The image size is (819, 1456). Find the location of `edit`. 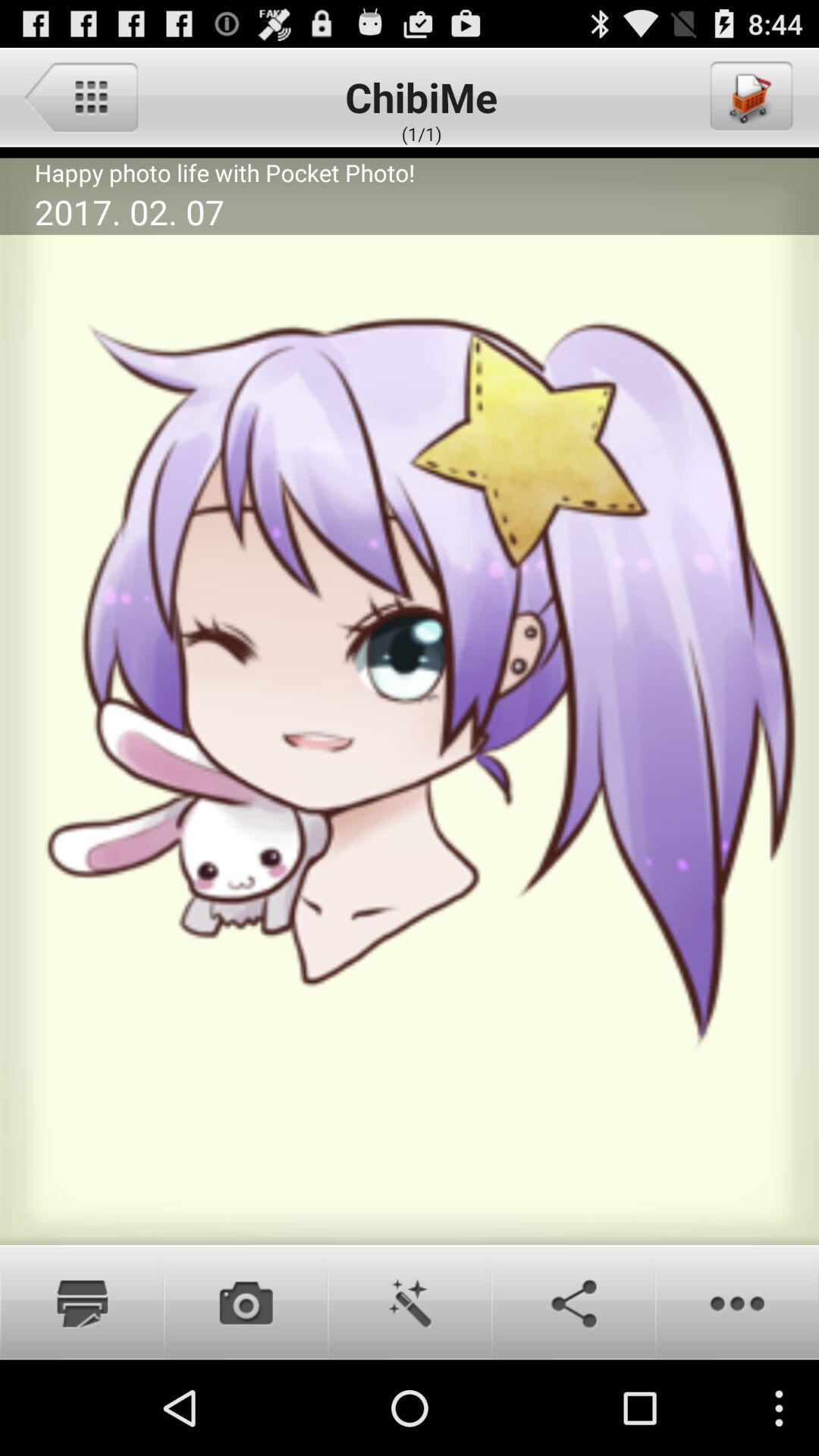

edit is located at coordinates (409, 1301).